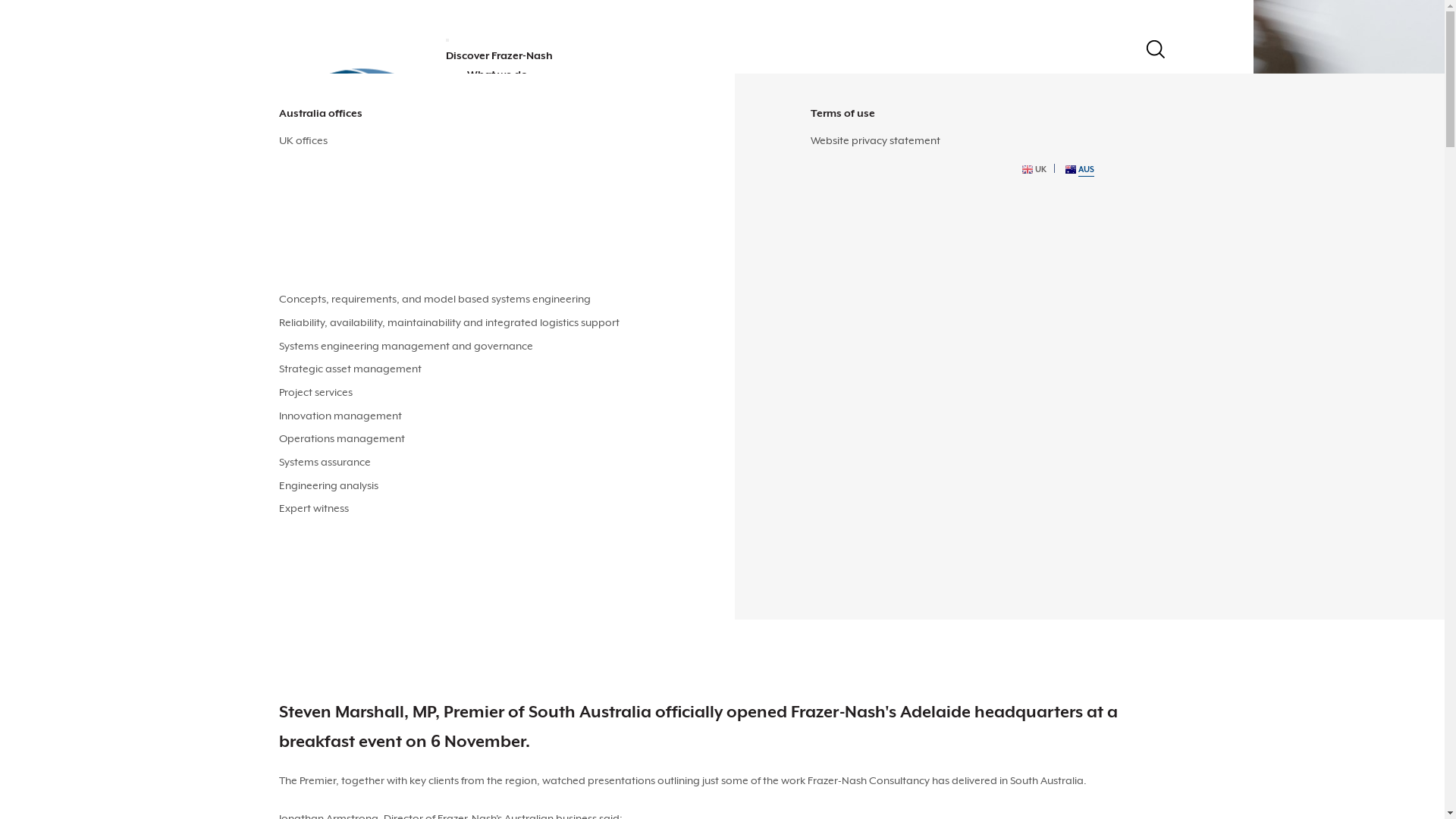 The image size is (1456, 819). What do you see at coordinates (315, 391) in the screenshot?
I see `'Project services'` at bounding box center [315, 391].